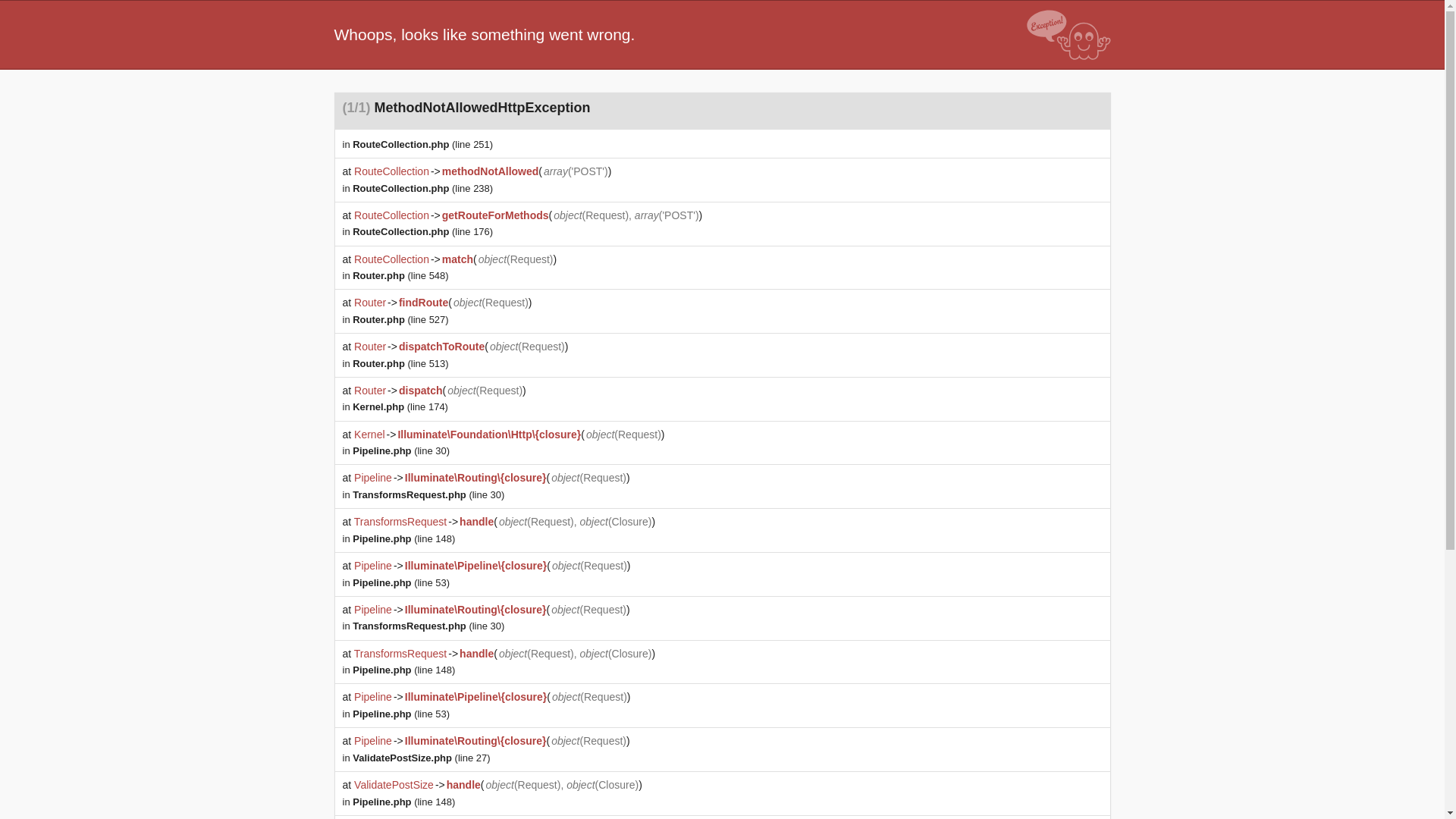  I want to click on 'Pipeline.php (line 30)', so click(400, 450).